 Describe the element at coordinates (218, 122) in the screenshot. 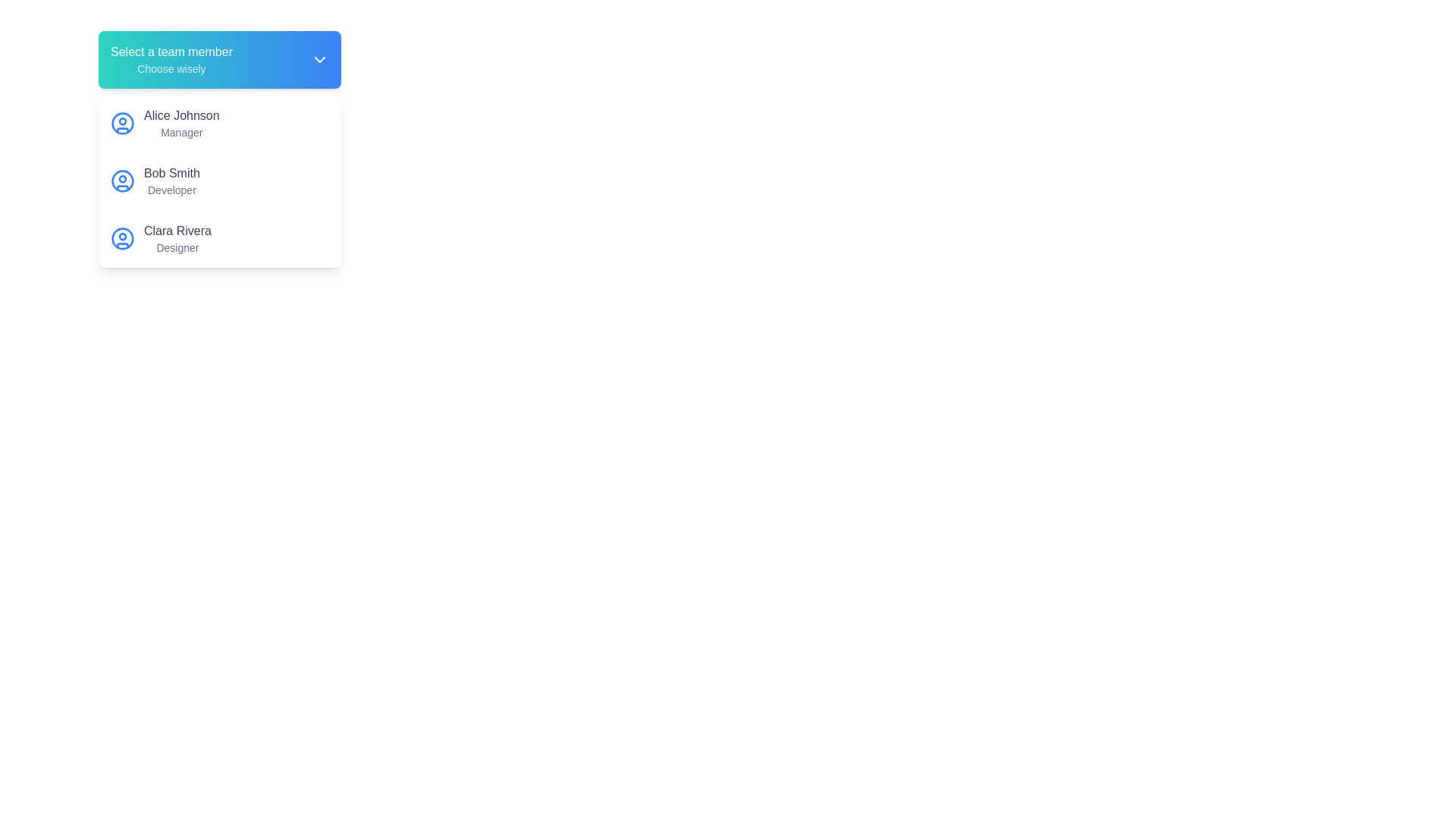

I see `the first selectable list item labeled 'Alice Johnson' under the dropdown menu 'Select a team member'` at that location.